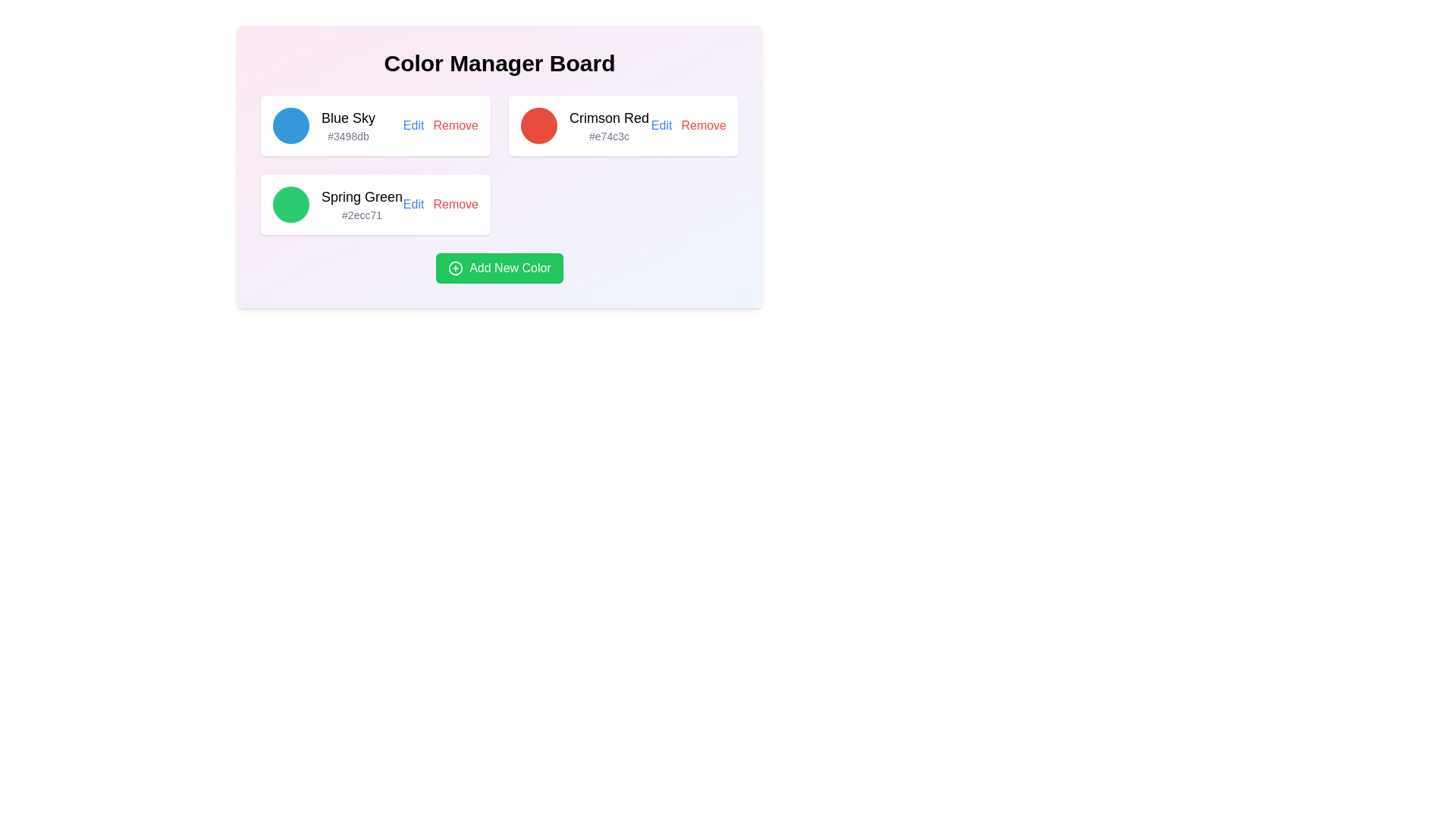 The image size is (1456, 819). Describe the element at coordinates (347, 136) in the screenshot. I see `the color code text label for 'Blue Sky', which is located below the title text 'Blue Sky' within its card` at that location.